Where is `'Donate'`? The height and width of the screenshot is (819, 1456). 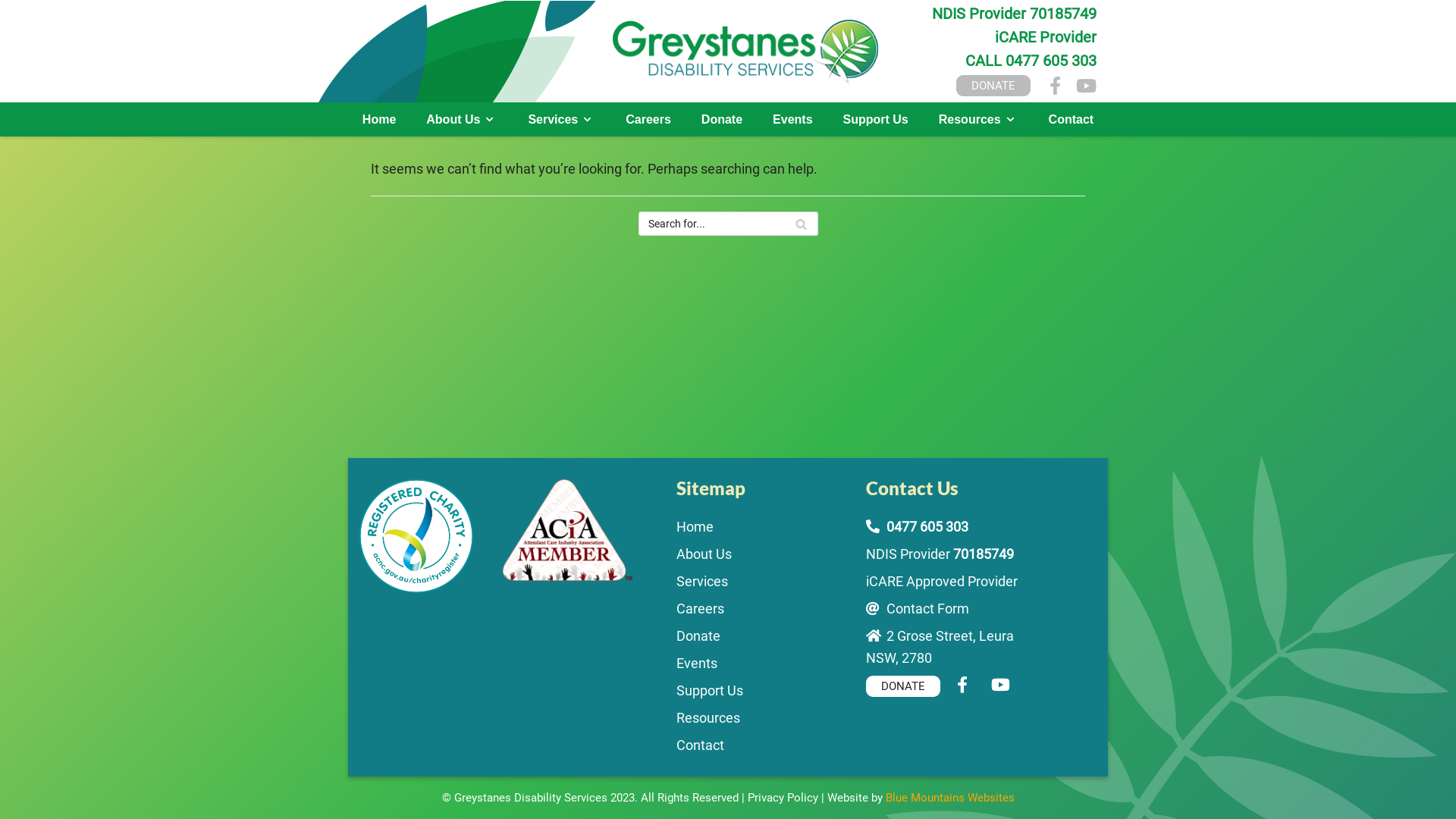 'Donate' is located at coordinates (720, 118).